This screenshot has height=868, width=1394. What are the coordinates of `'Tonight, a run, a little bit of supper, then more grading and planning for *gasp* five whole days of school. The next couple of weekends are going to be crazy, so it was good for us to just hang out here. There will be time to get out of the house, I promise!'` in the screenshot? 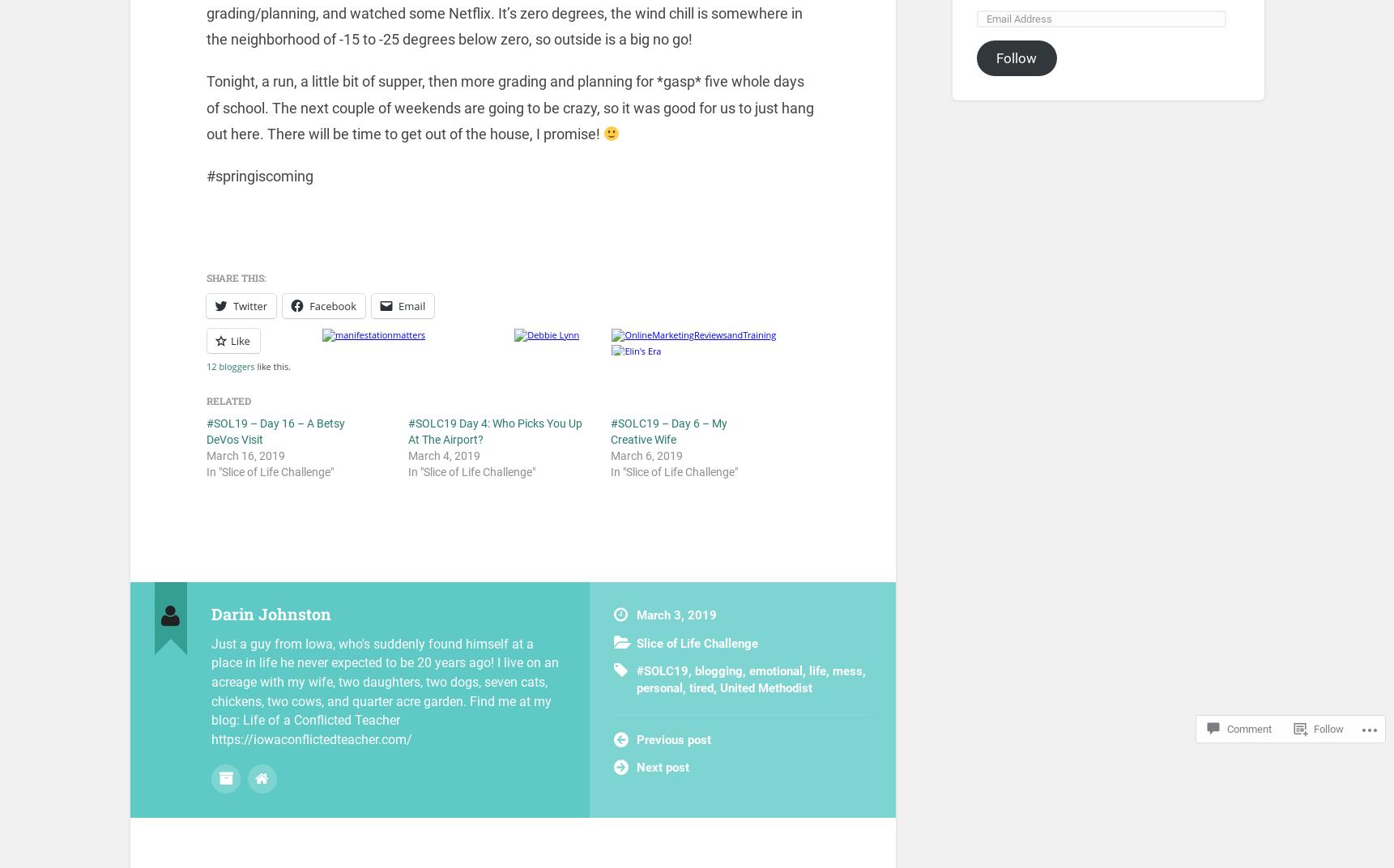 It's located at (510, 108).